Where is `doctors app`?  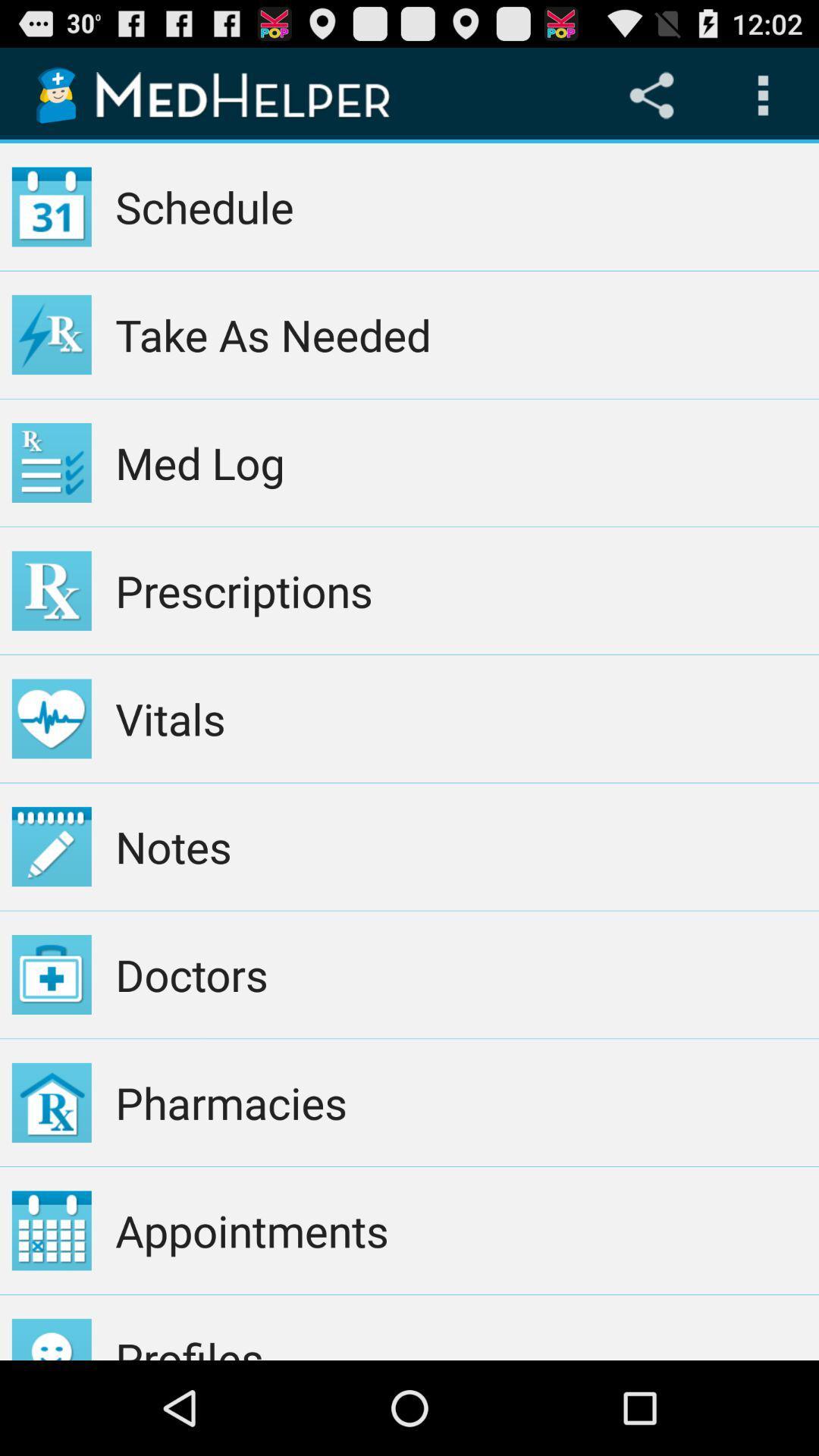 doctors app is located at coordinates (460, 974).